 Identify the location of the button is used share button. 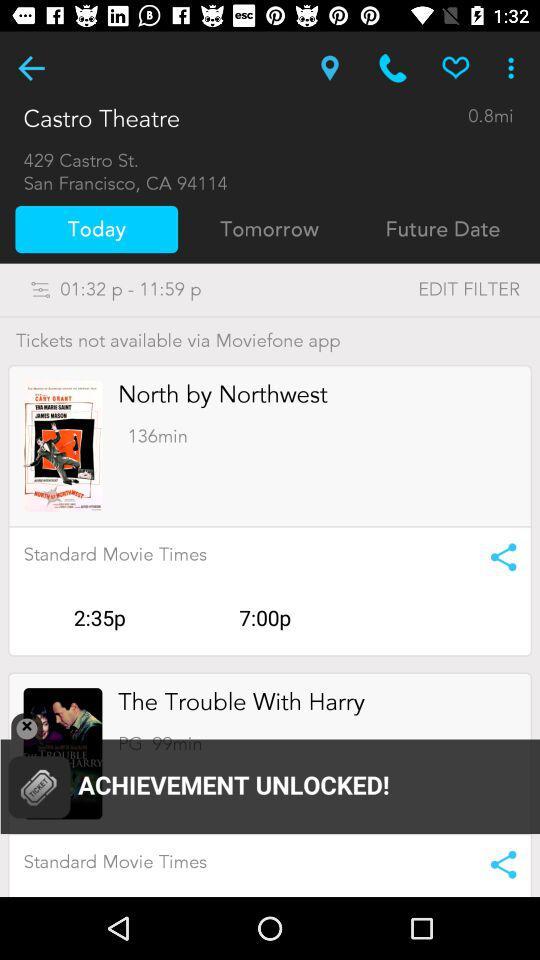
(496, 557).